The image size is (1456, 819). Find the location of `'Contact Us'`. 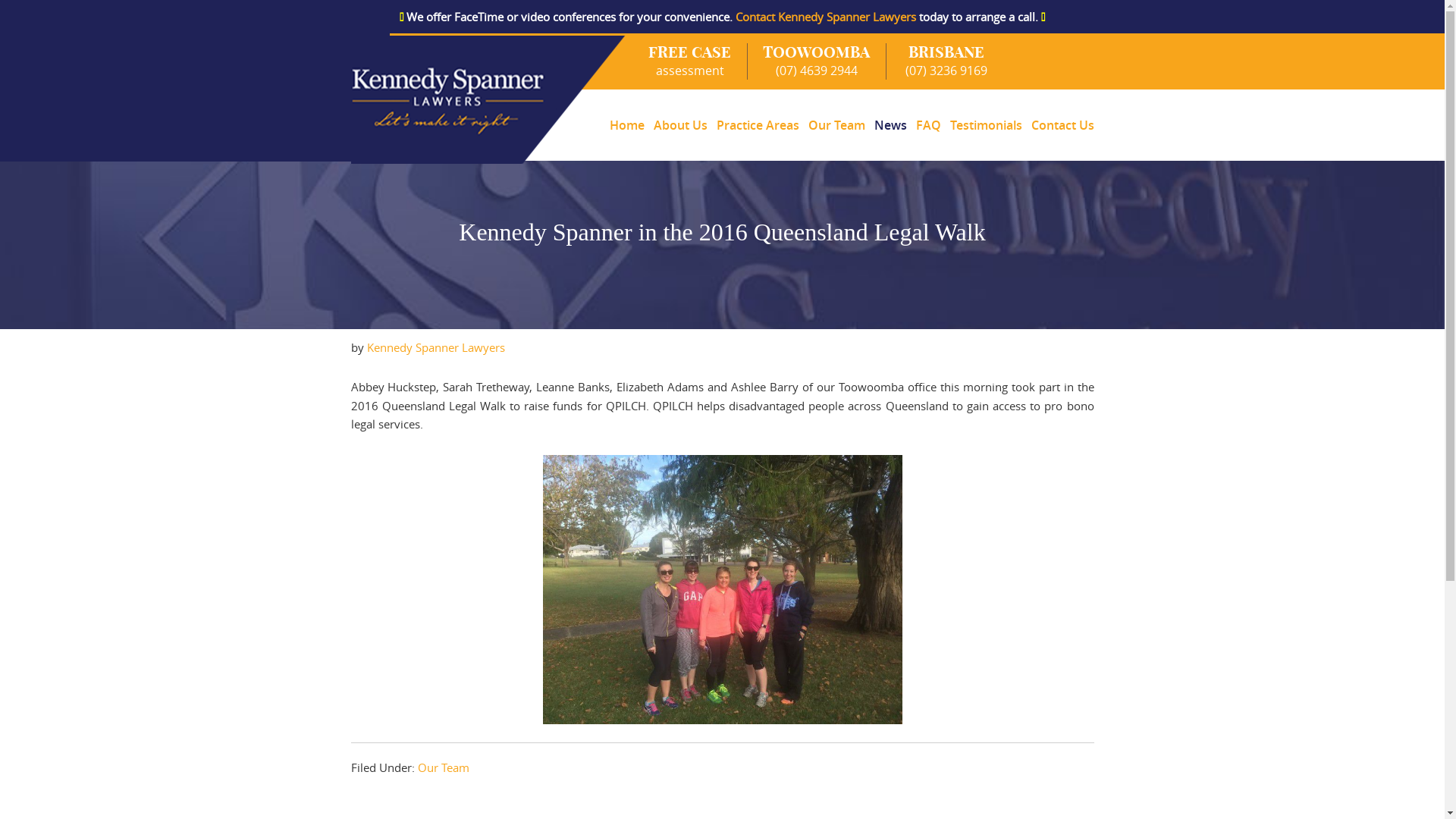

'Contact Us' is located at coordinates (1059, 124).